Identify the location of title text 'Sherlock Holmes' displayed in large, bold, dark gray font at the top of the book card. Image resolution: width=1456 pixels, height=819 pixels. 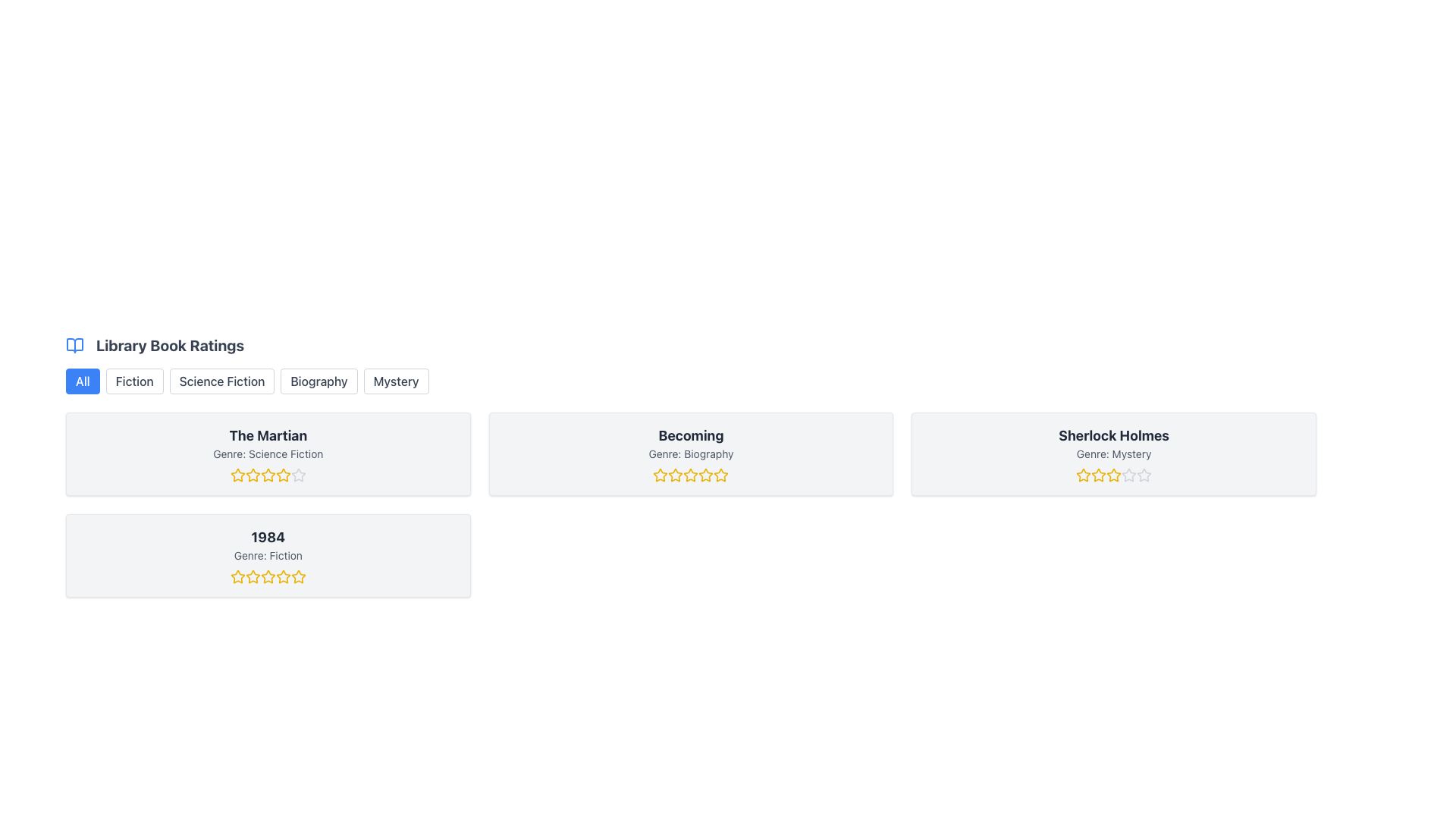
(1114, 435).